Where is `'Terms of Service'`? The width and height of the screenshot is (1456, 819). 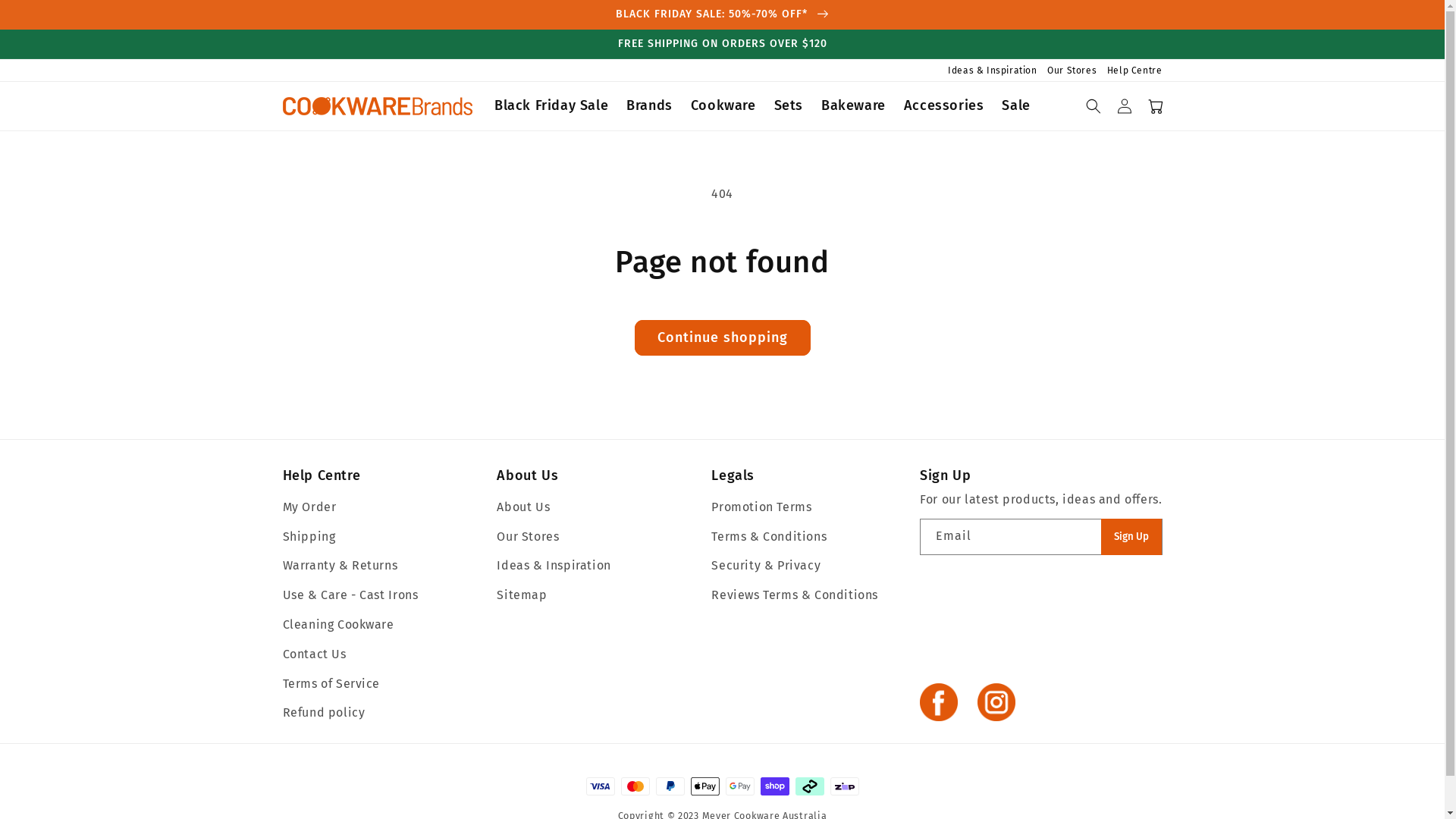
'Terms of Service' is located at coordinates (330, 684).